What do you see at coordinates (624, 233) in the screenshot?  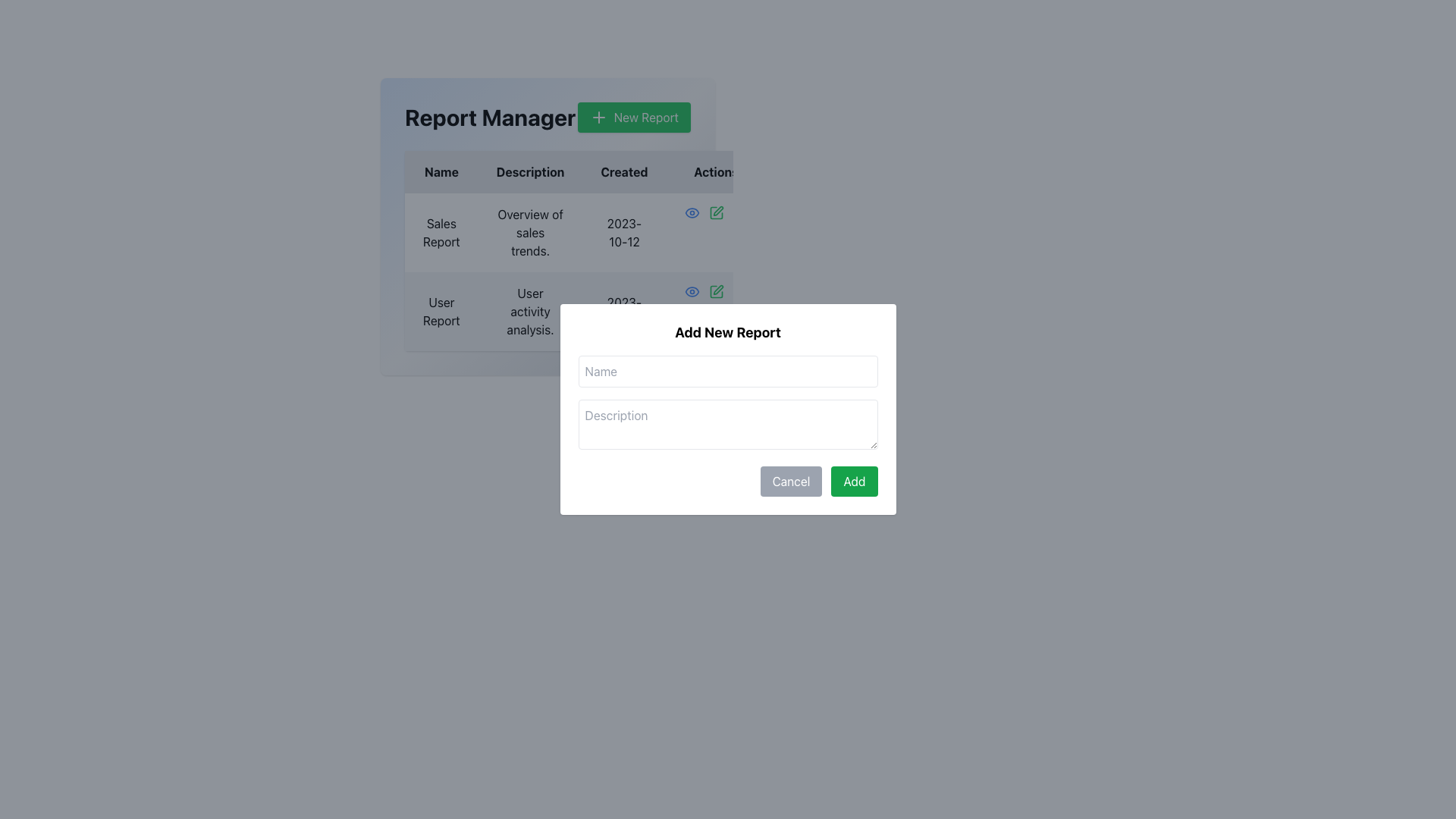 I see `the static text label that displays the creation date of the 'Sales Report' entry, located in the first row under the 'Created' column` at bounding box center [624, 233].